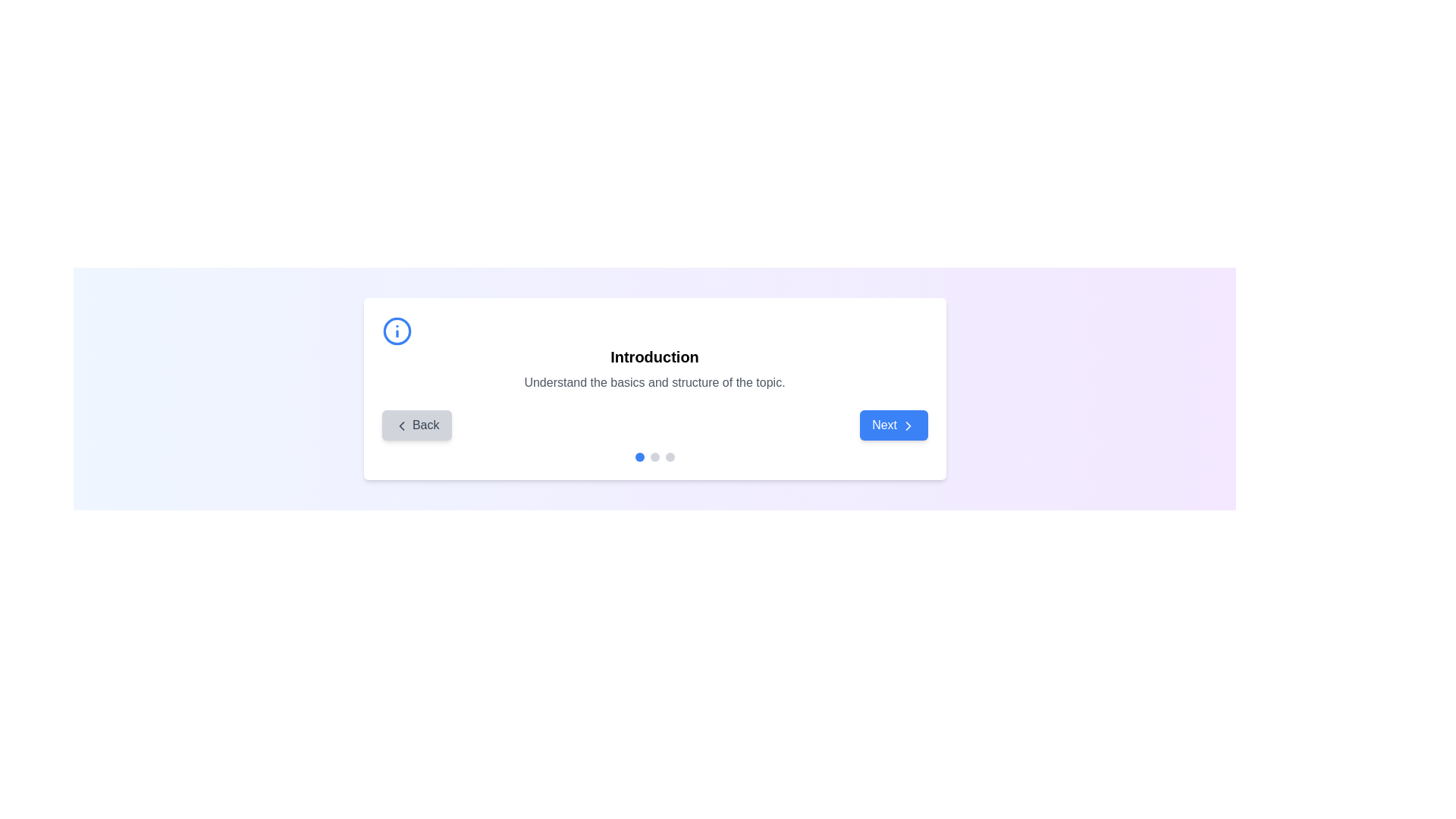 This screenshot has width=1456, height=819. What do you see at coordinates (669, 456) in the screenshot?
I see `the third circular indicator with a gray background, styled as a rounded button, located beneath the panel containing a title and description` at bounding box center [669, 456].